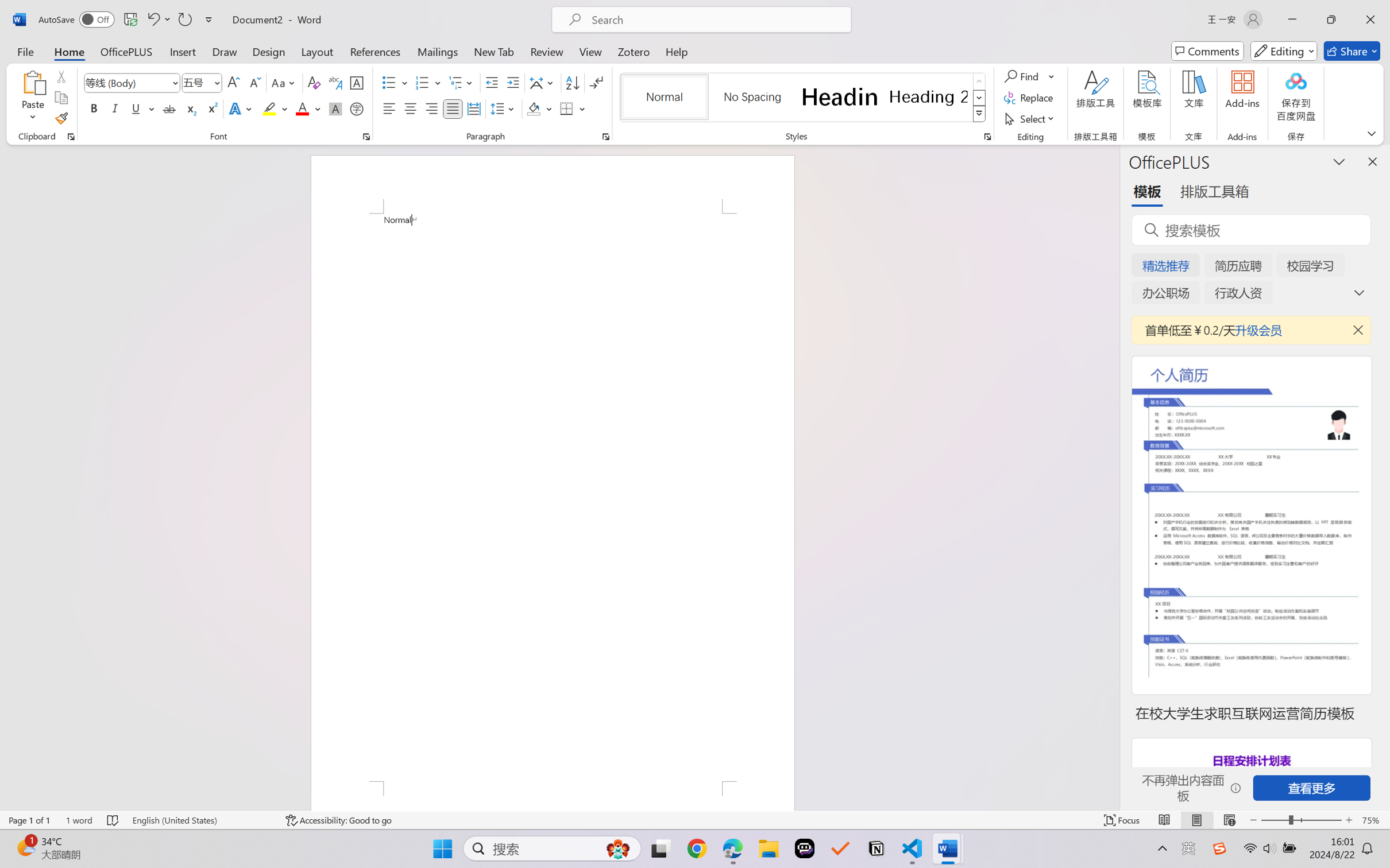 Image resolution: width=1390 pixels, height=868 pixels. Describe the element at coordinates (211, 108) in the screenshot. I see `'Superscript'` at that location.